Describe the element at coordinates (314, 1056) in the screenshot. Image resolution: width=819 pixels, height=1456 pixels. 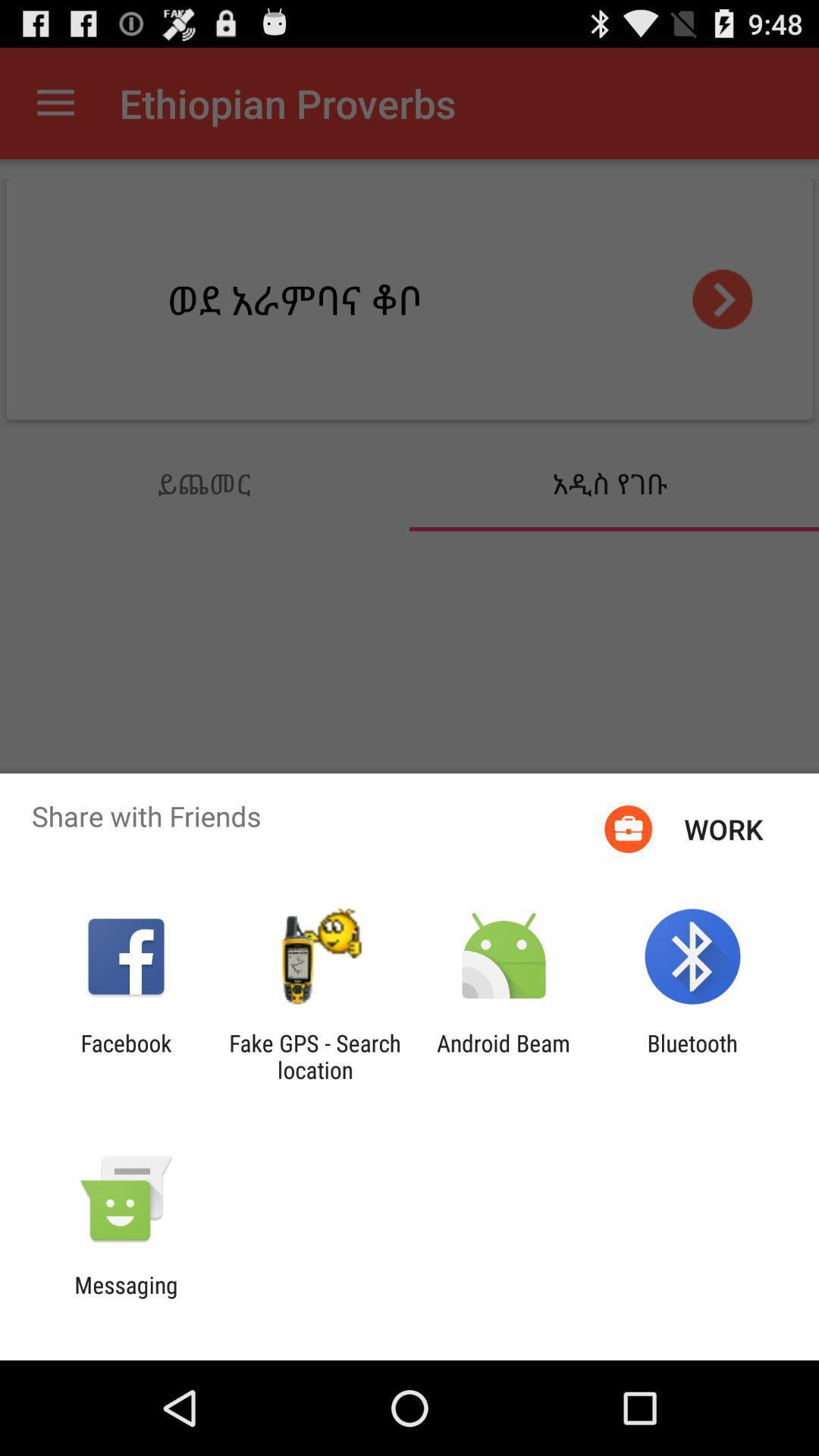
I see `the fake gps search app` at that location.